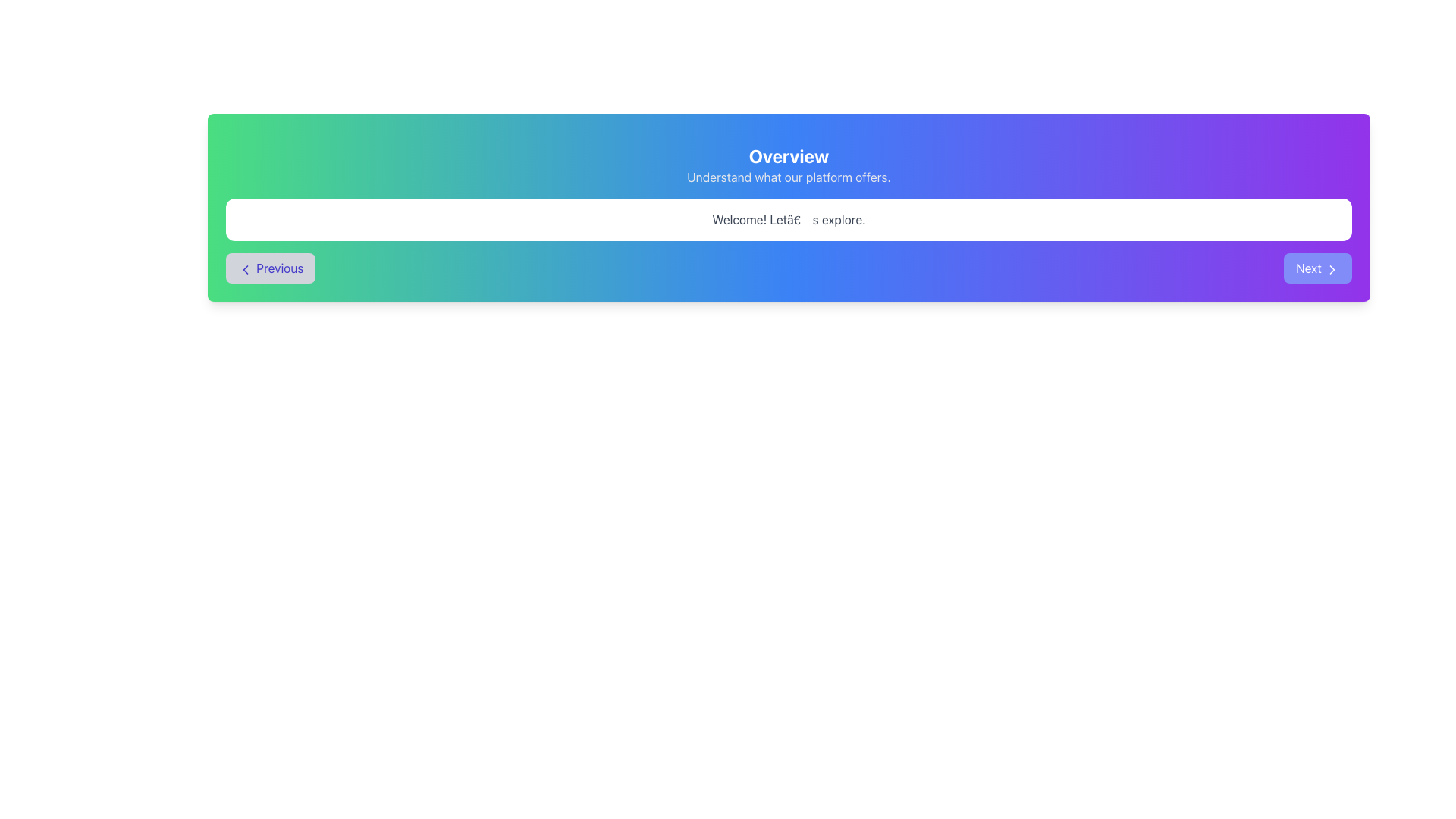  I want to click on the static text label that provides a brief description of the platform's offerings, positioned below the 'Overview' heading, so click(789, 177).